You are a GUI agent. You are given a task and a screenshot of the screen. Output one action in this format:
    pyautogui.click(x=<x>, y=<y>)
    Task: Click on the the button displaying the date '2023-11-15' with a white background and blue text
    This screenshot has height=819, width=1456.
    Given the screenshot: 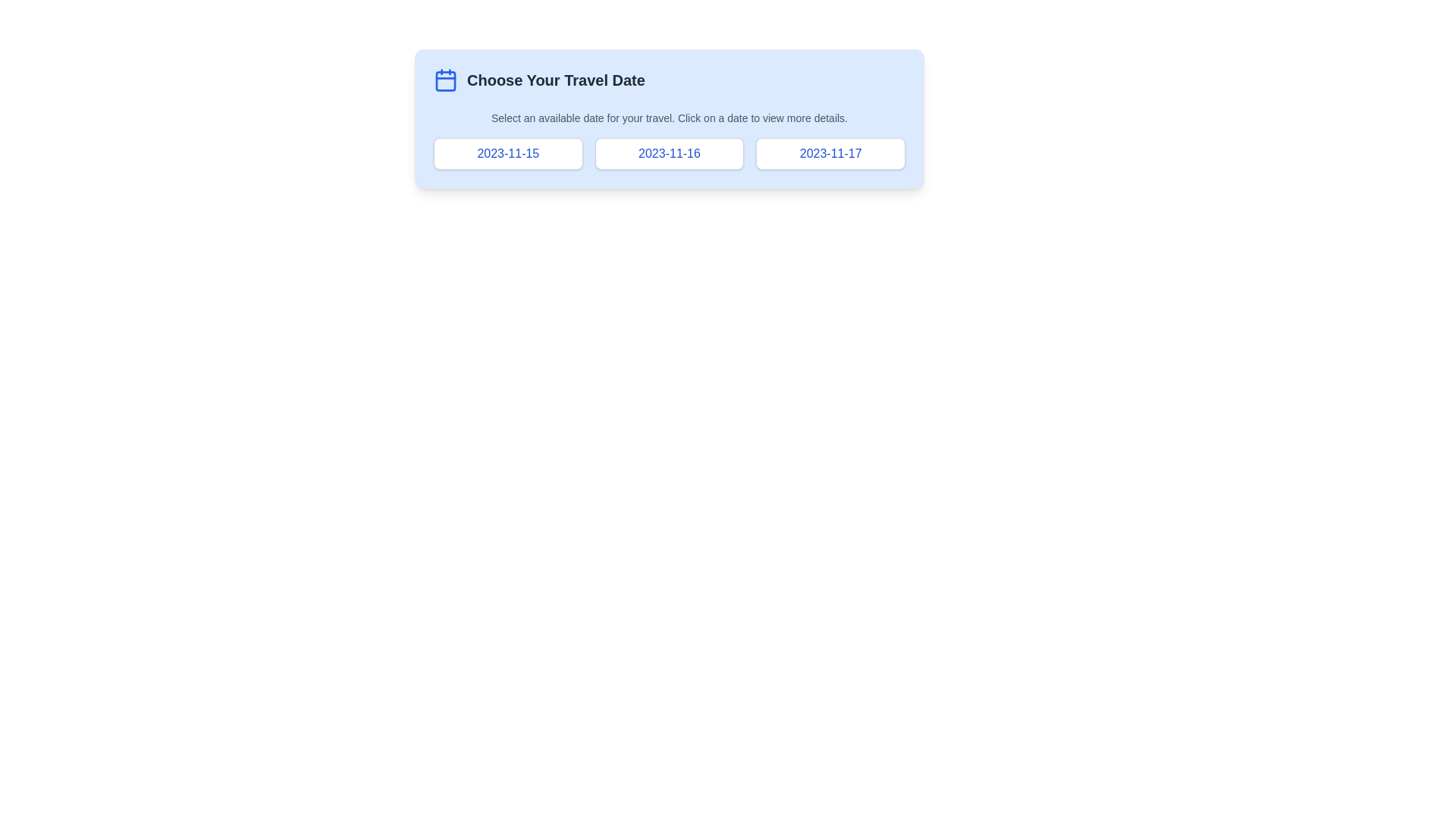 What is the action you would take?
    pyautogui.click(x=508, y=154)
    